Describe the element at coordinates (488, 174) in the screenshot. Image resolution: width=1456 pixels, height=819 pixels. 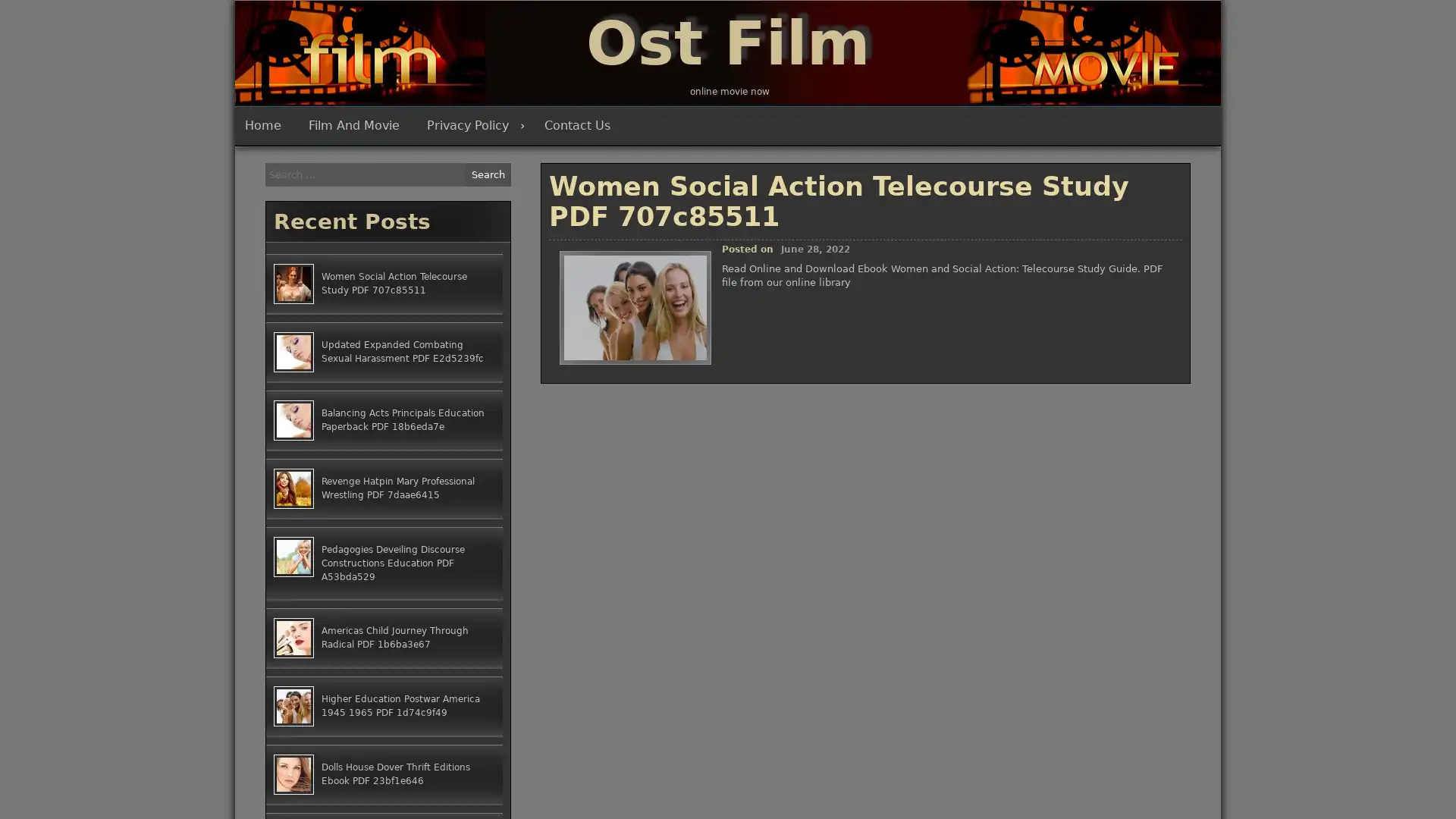
I see `Search` at that location.